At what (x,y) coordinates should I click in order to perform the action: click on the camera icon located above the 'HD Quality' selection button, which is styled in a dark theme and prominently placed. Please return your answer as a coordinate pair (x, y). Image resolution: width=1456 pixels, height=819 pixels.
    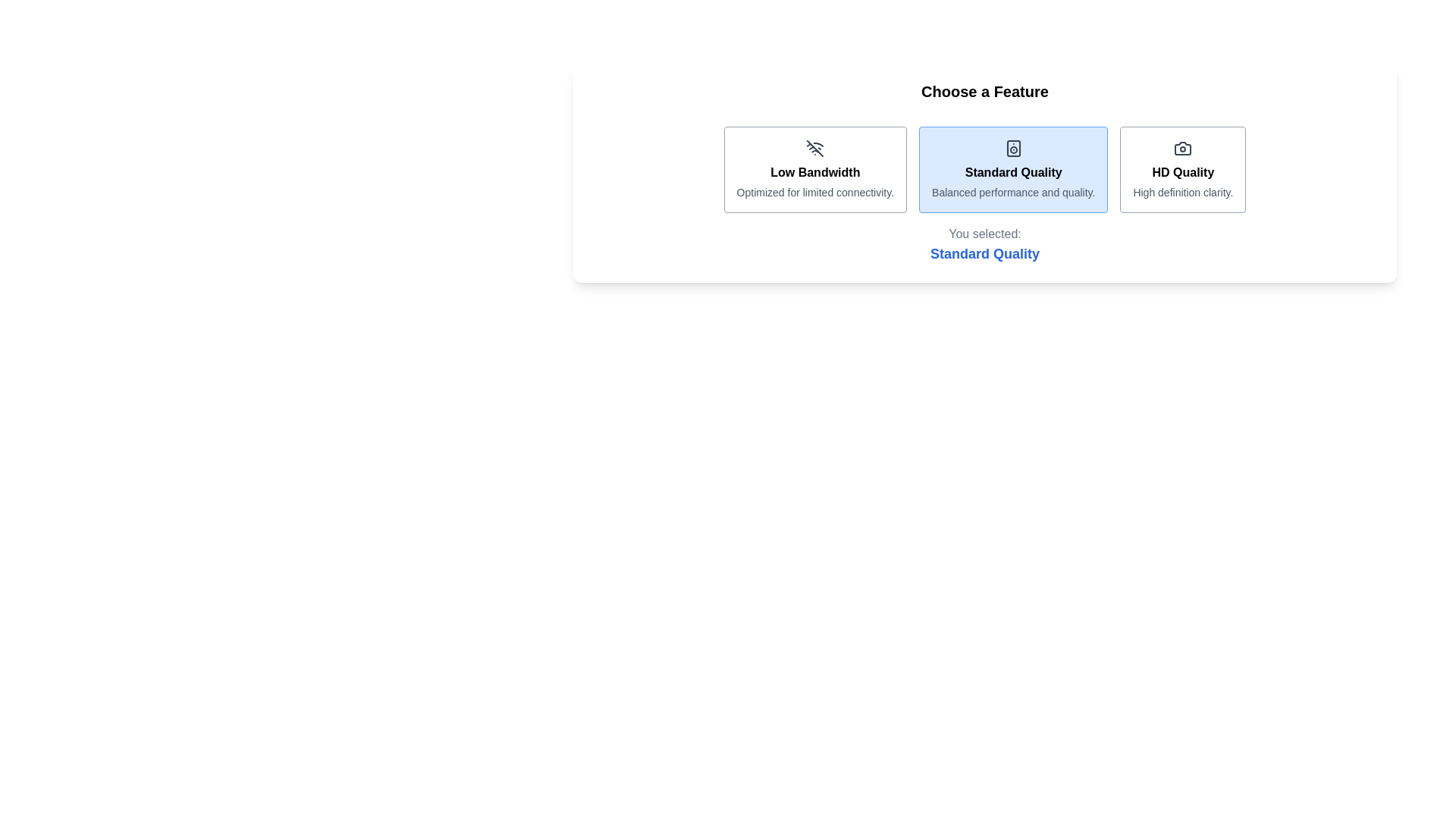
    Looking at the image, I should click on (1182, 149).